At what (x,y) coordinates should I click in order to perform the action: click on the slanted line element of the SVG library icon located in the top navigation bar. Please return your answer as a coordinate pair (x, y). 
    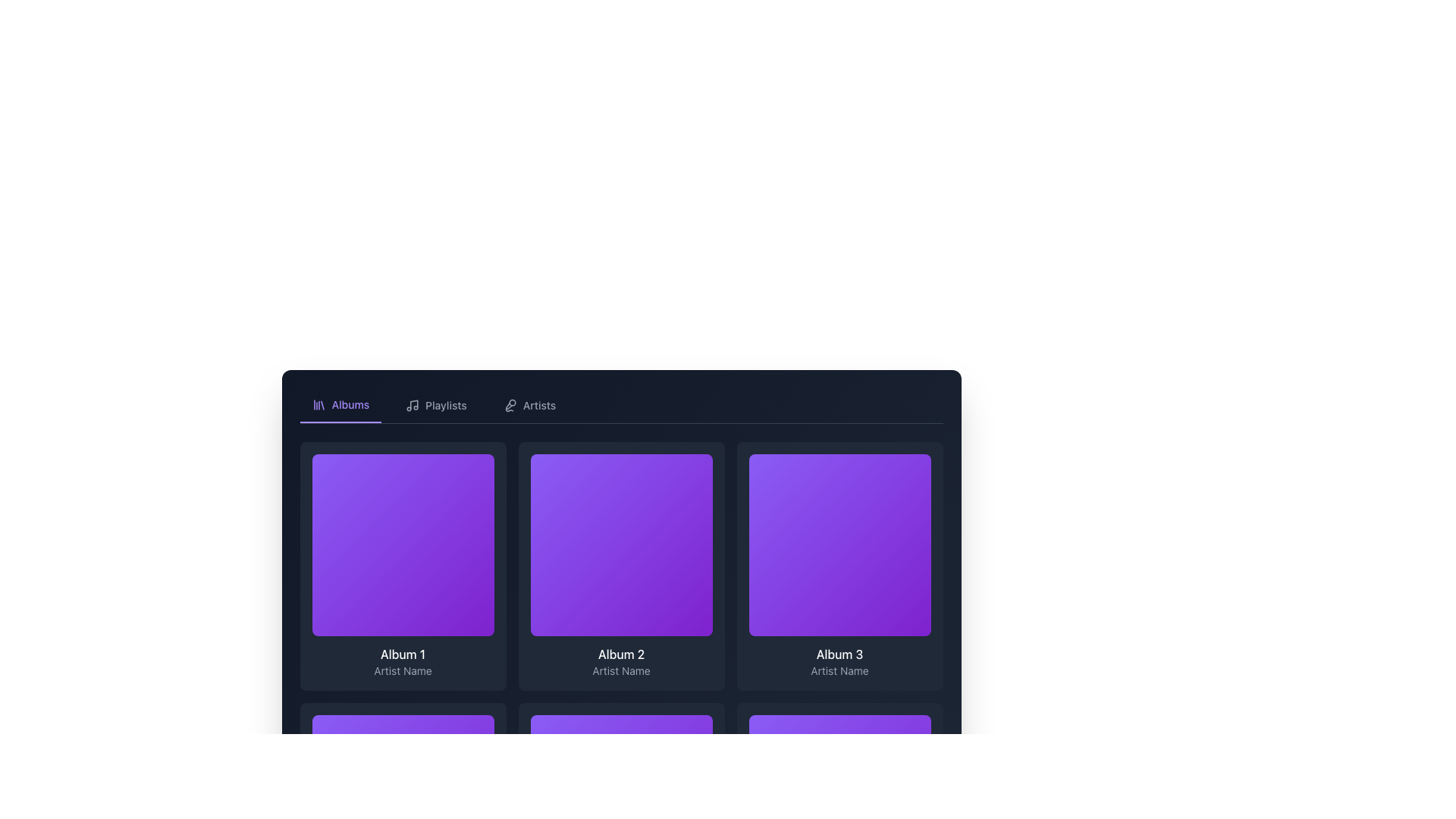
    Looking at the image, I should click on (322, 404).